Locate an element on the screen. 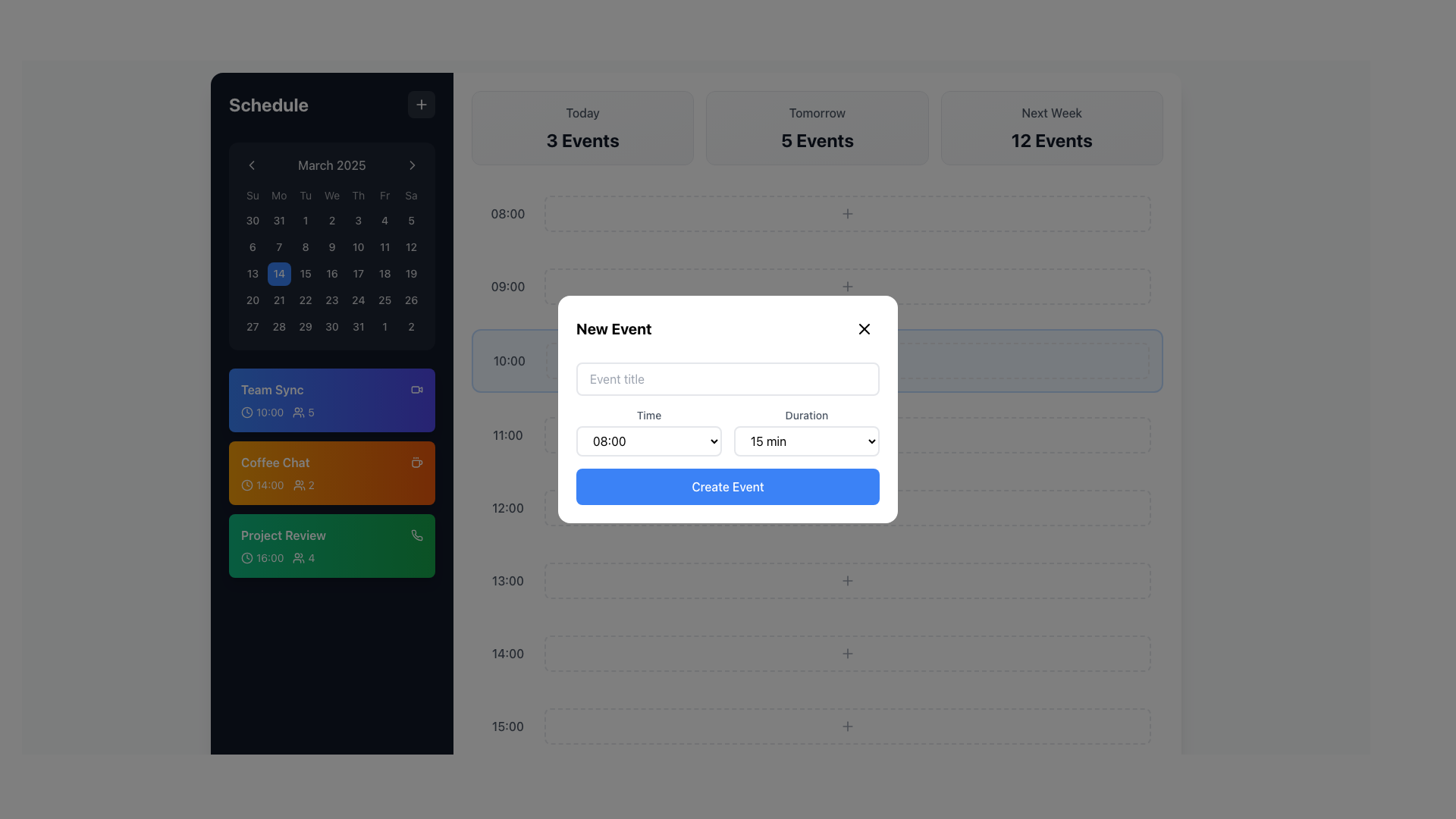 Image resolution: width=1456 pixels, height=819 pixels. the bold text label displaying 'New Event' located at the top-left corner of the modal popup is located at coordinates (613, 328).